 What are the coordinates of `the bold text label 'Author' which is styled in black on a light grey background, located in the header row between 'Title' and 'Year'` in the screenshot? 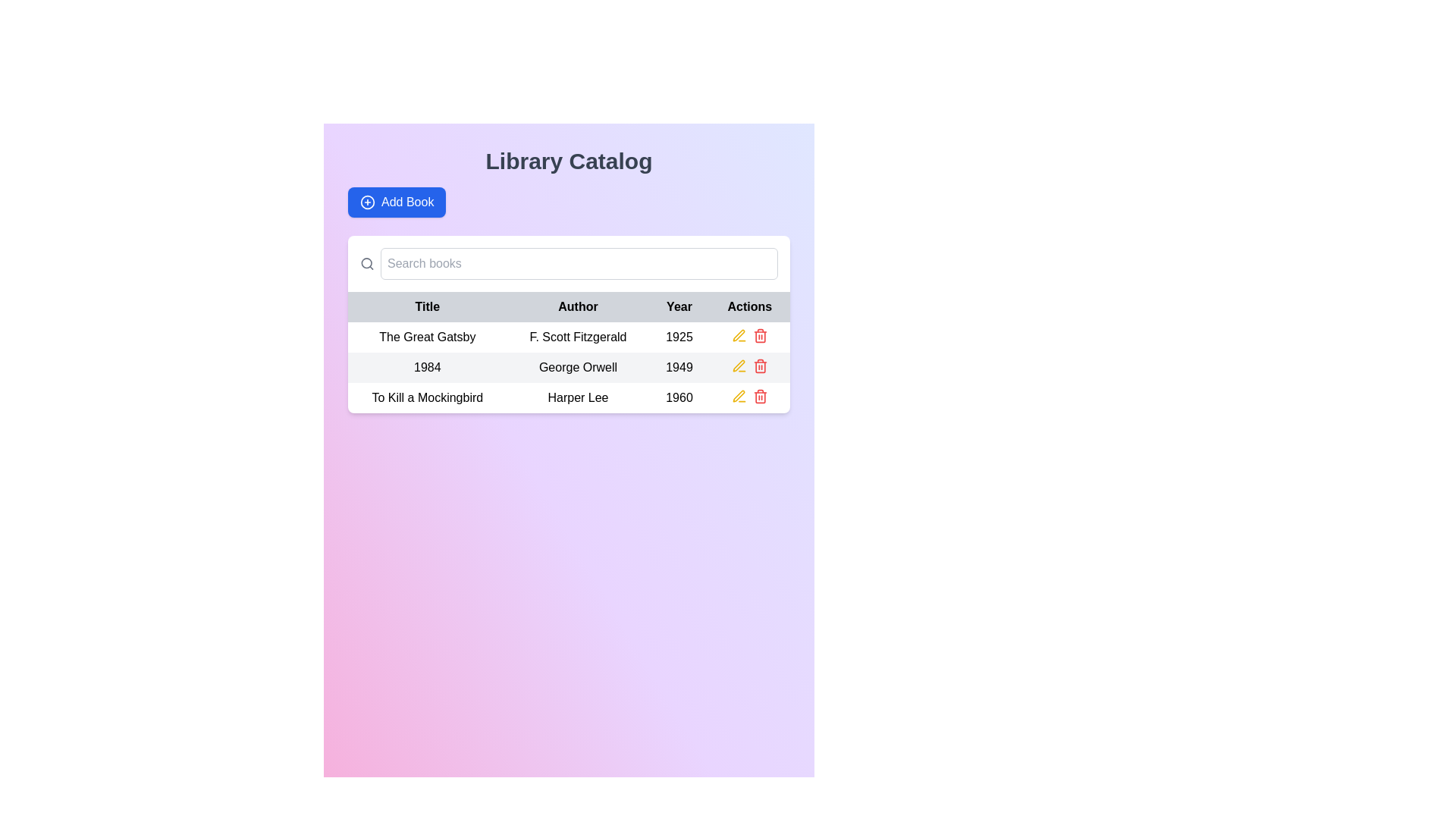 It's located at (577, 307).